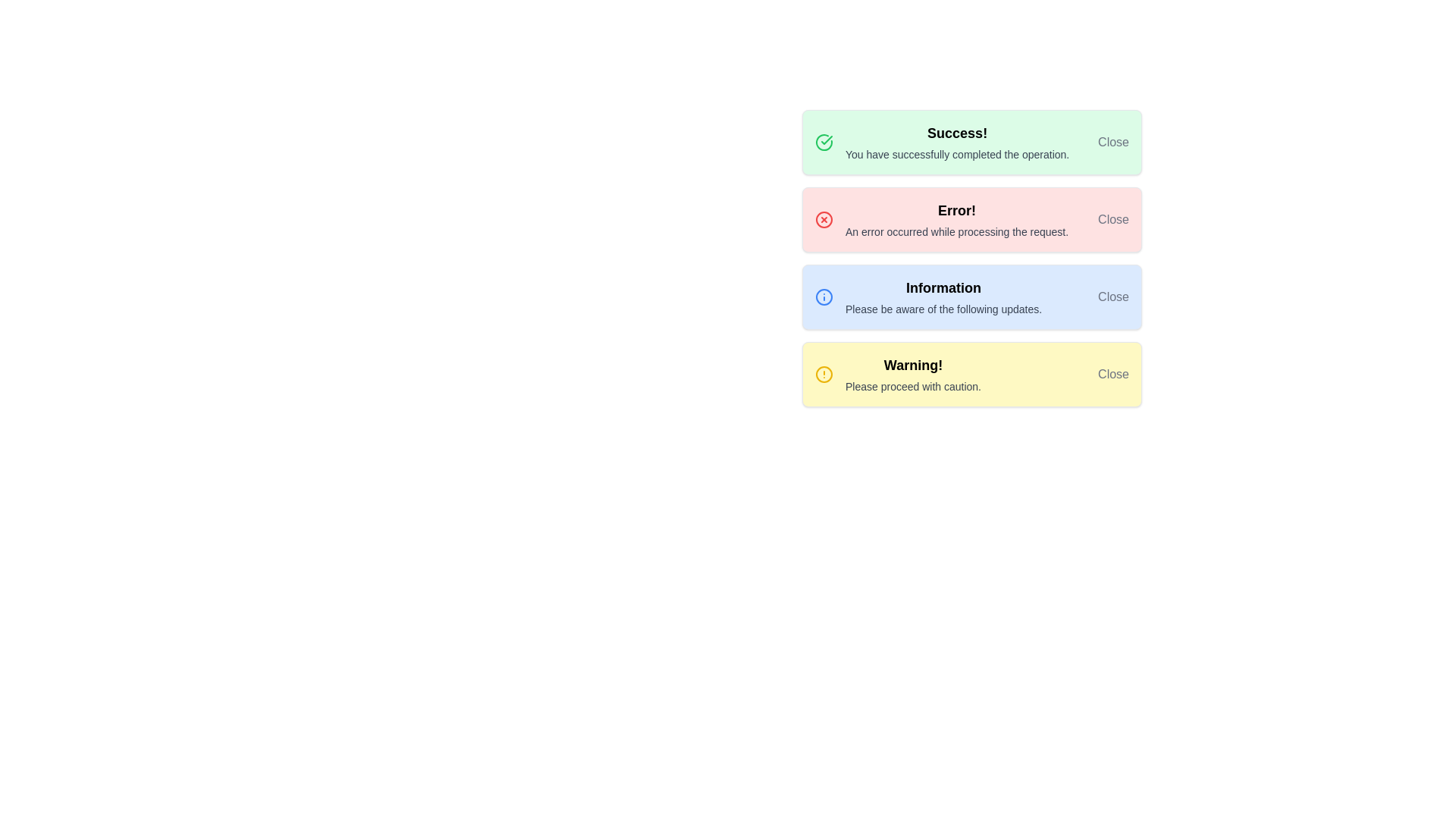 This screenshot has width=1456, height=819. Describe the element at coordinates (1113, 219) in the screenshot. I see `the dismiss button styled as a text link in medium gray font, located to the far-right of the error alert message` at that location.